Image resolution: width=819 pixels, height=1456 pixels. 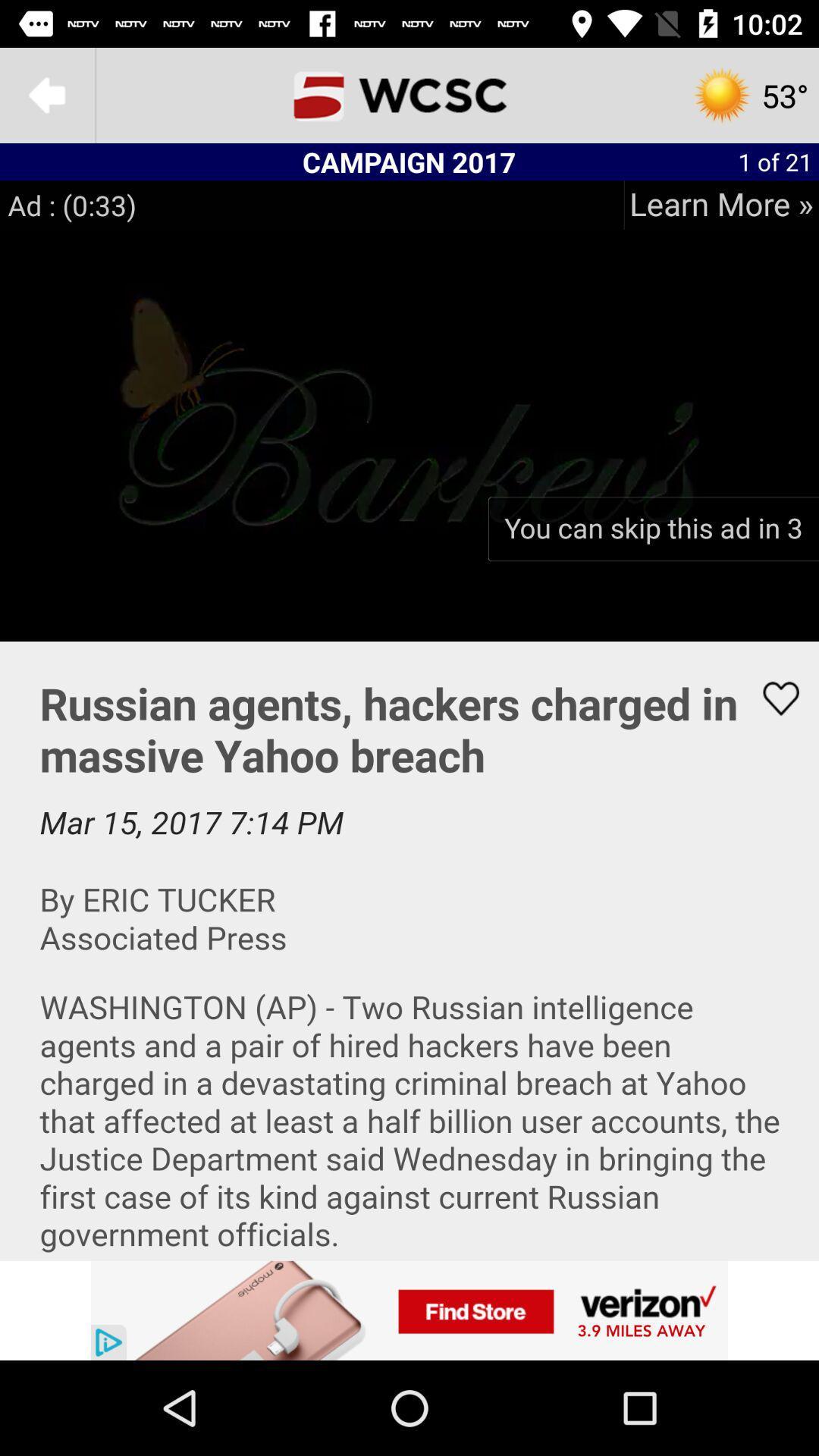 What do you see at coordinates (749, 94) in the screenshot?
I see `the settings icon` at bounding box center [749, 94].